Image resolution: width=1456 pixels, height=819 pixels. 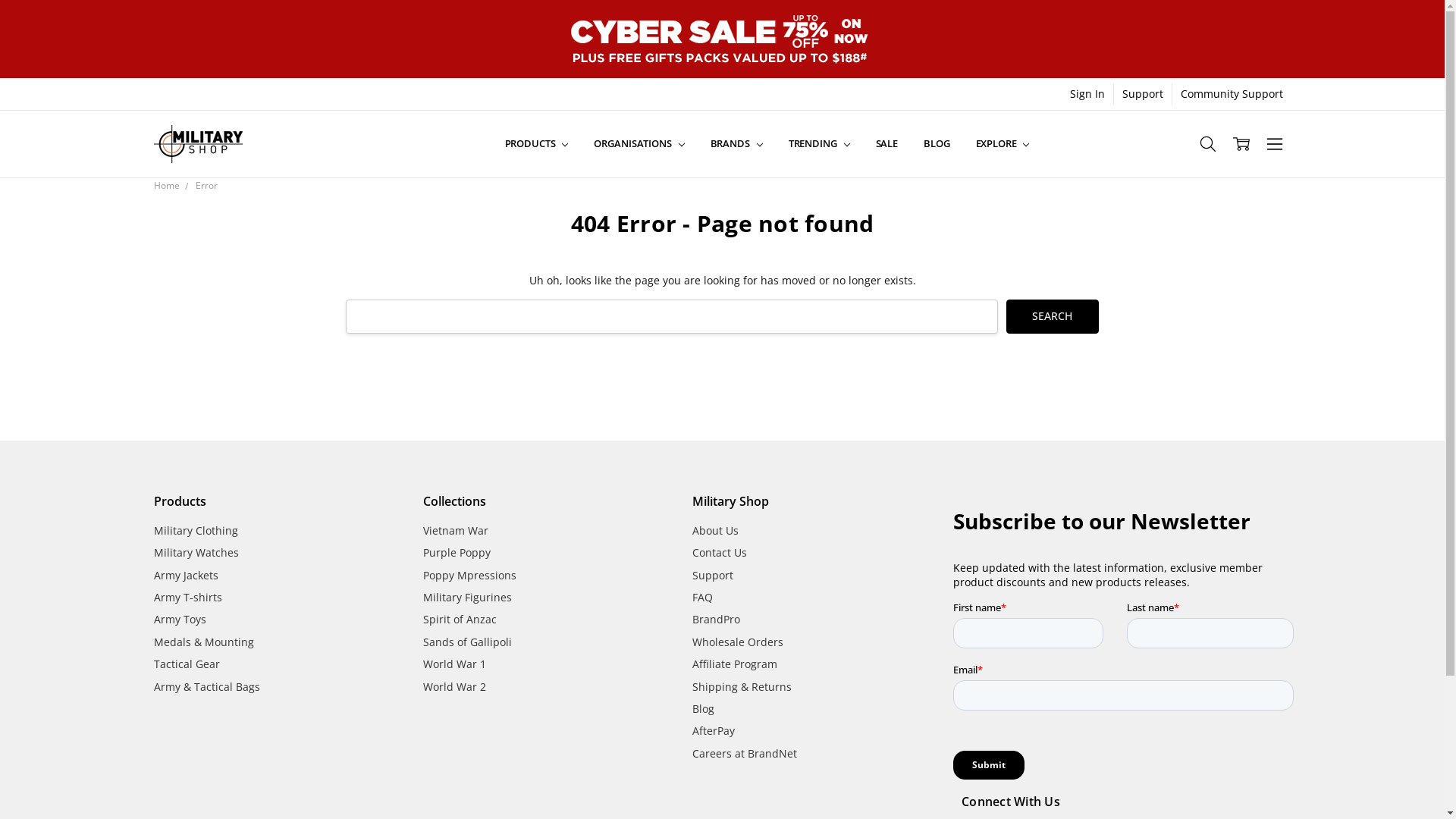 What do you see at coordinates (206, 184) in the screenshot?
I see `'Error'` at bounding box center [206, 184].